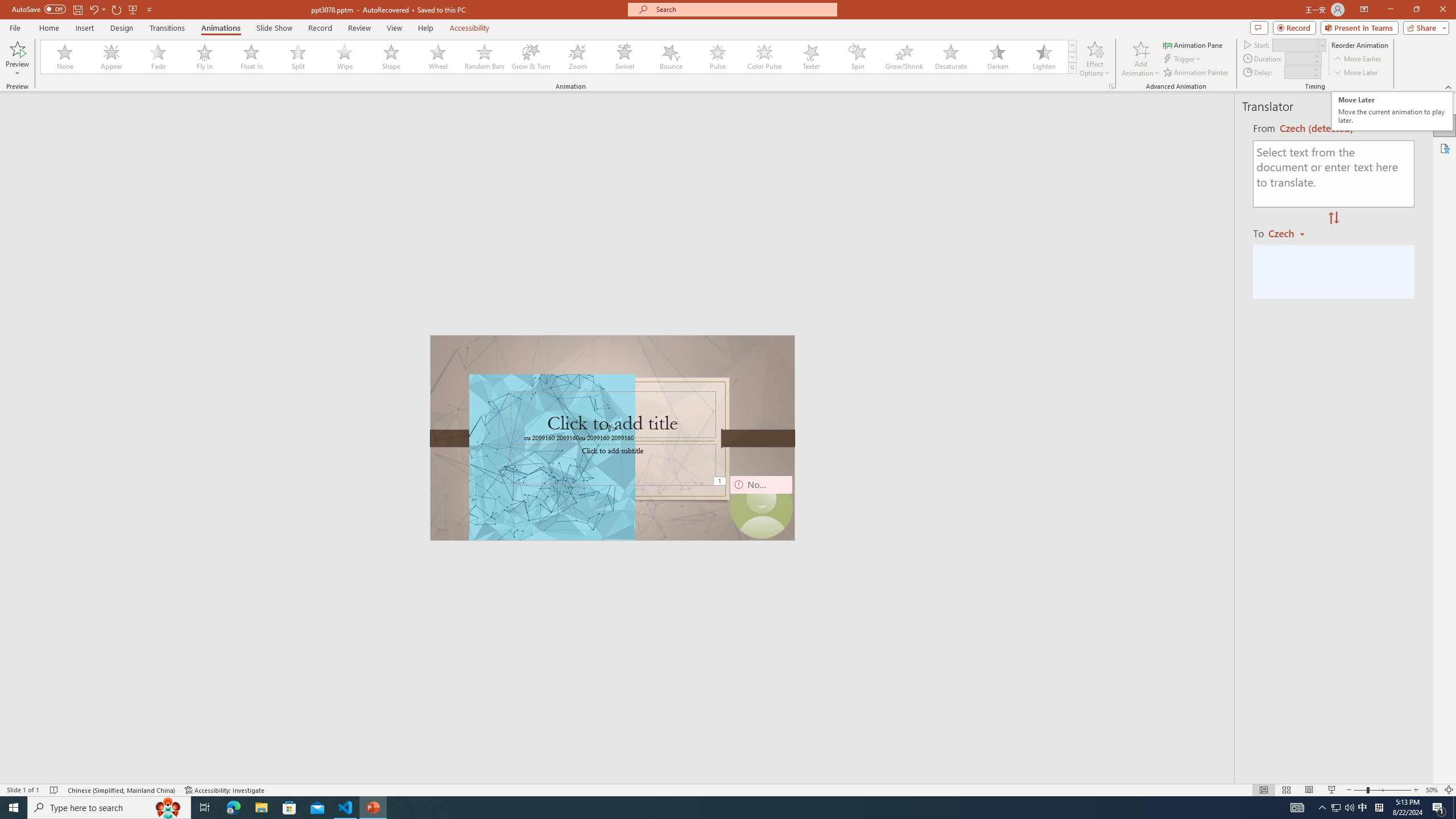 The width and height of the screenshot is (1456, 819). Describe the element at coordinates (810, 56) in the screenshot. I see `'Teeter'` at that location.